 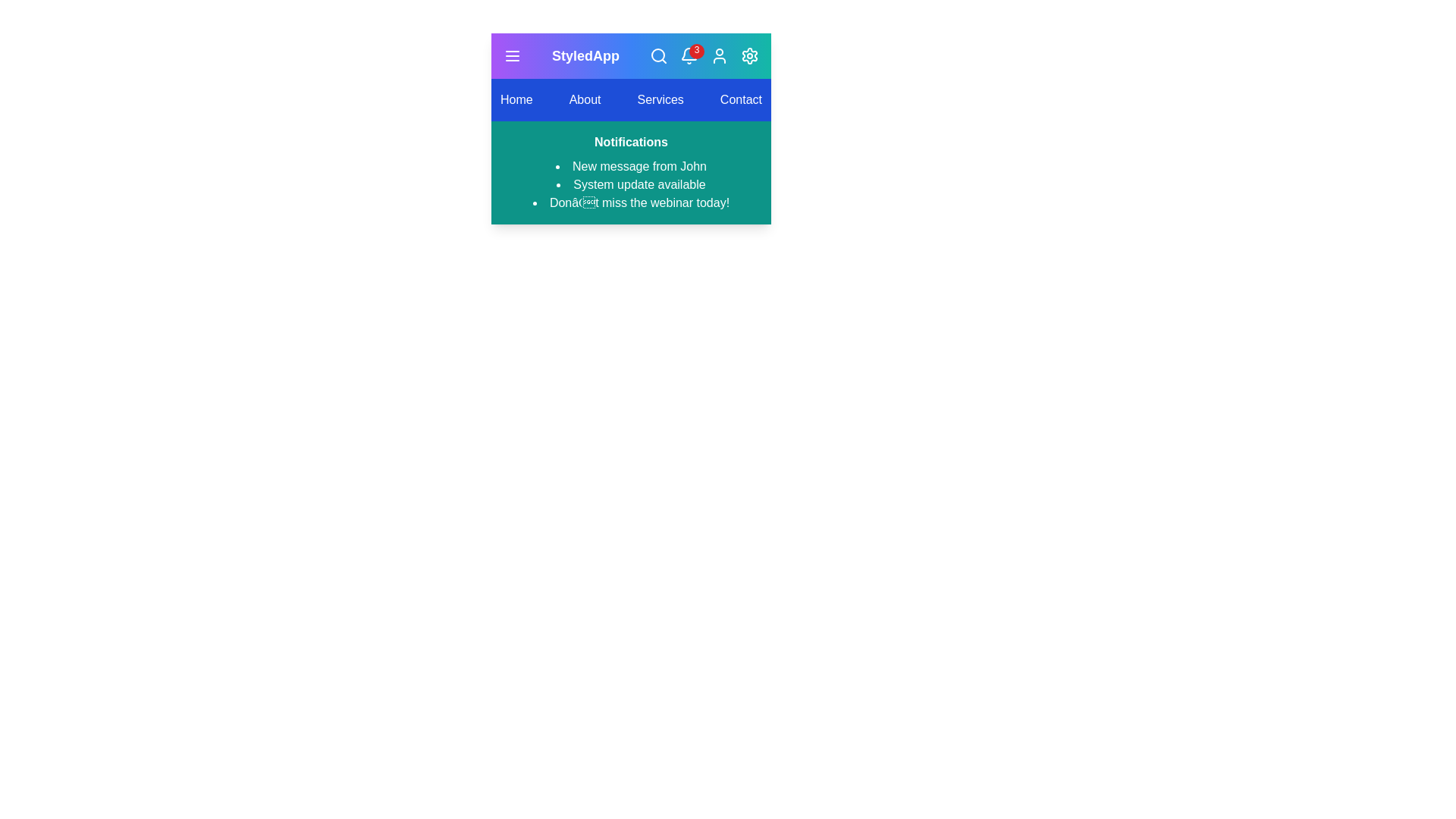 I want to click on the 'Contact' button with a blue background and white text, which is the fourth item in the navigation bar located at the top of the interface, so click(x=741, y=99).